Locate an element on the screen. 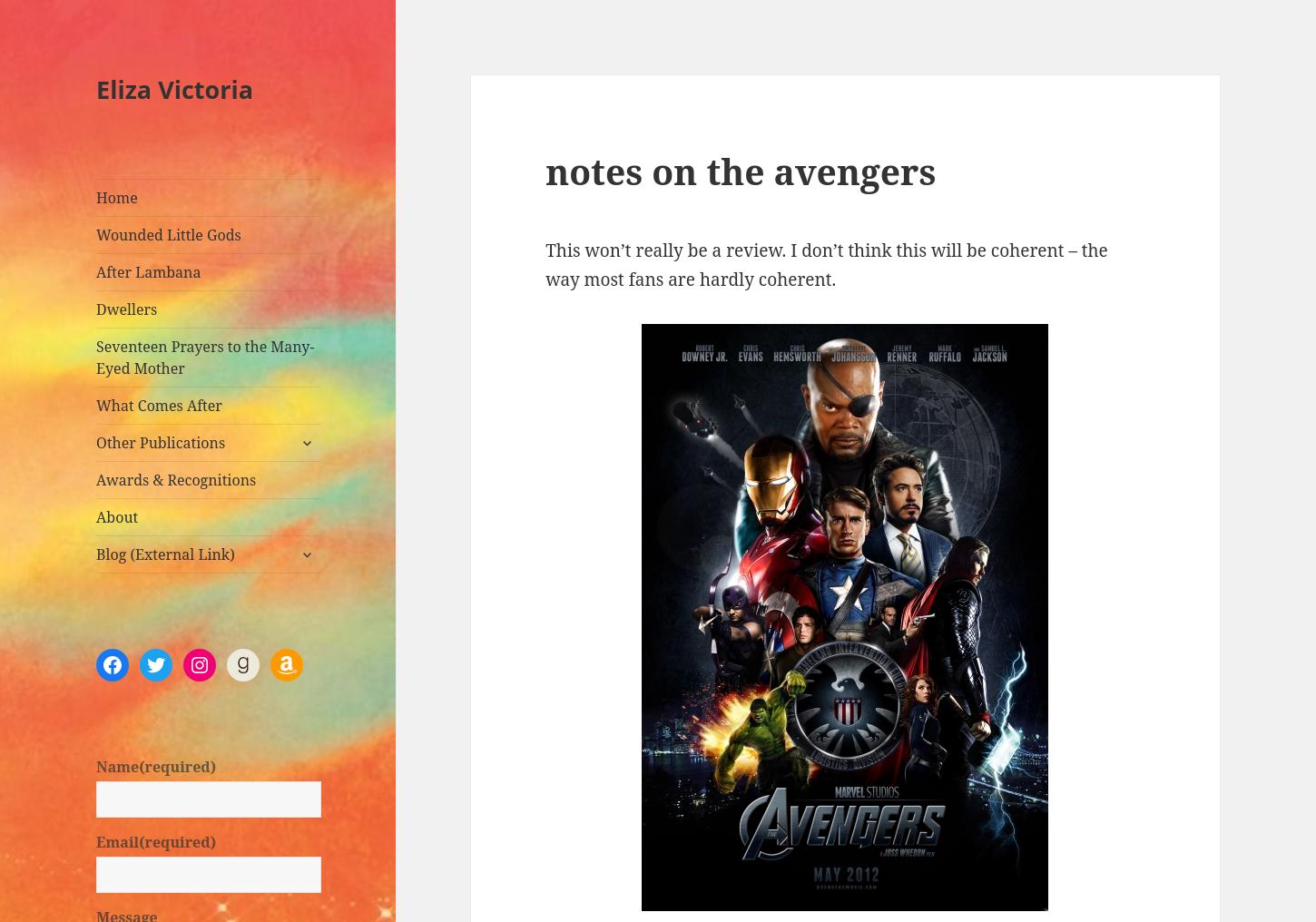 This screenshot has height=922, width=1316. 'This won’t really be a review. I don’t think this will be coherent – the way most fans are hardly coherent.' is located at coordinates (545, 263).